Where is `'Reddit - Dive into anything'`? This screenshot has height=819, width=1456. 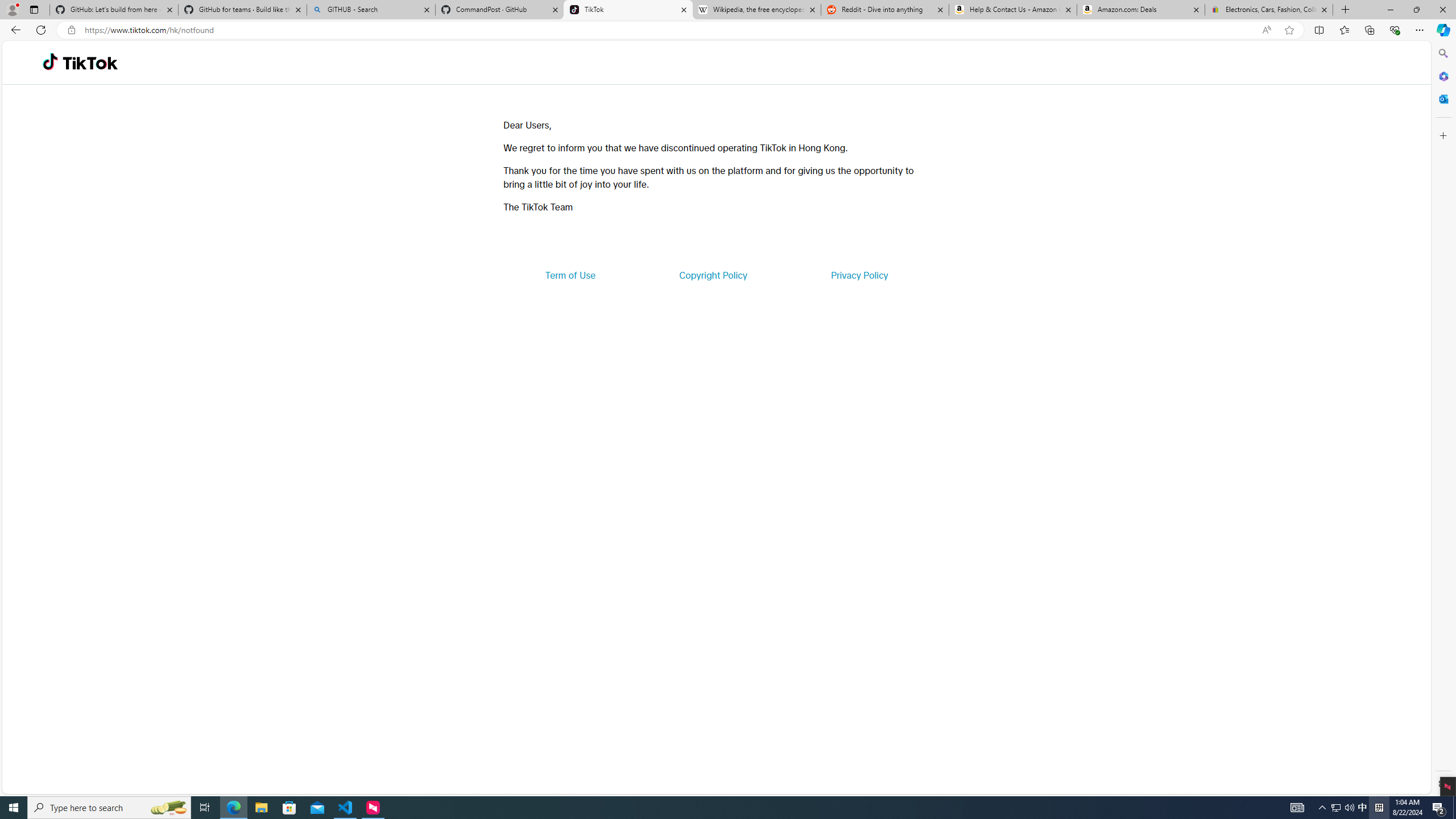 'Reddit - Dive into anything' is located at coordinates (885, 9).